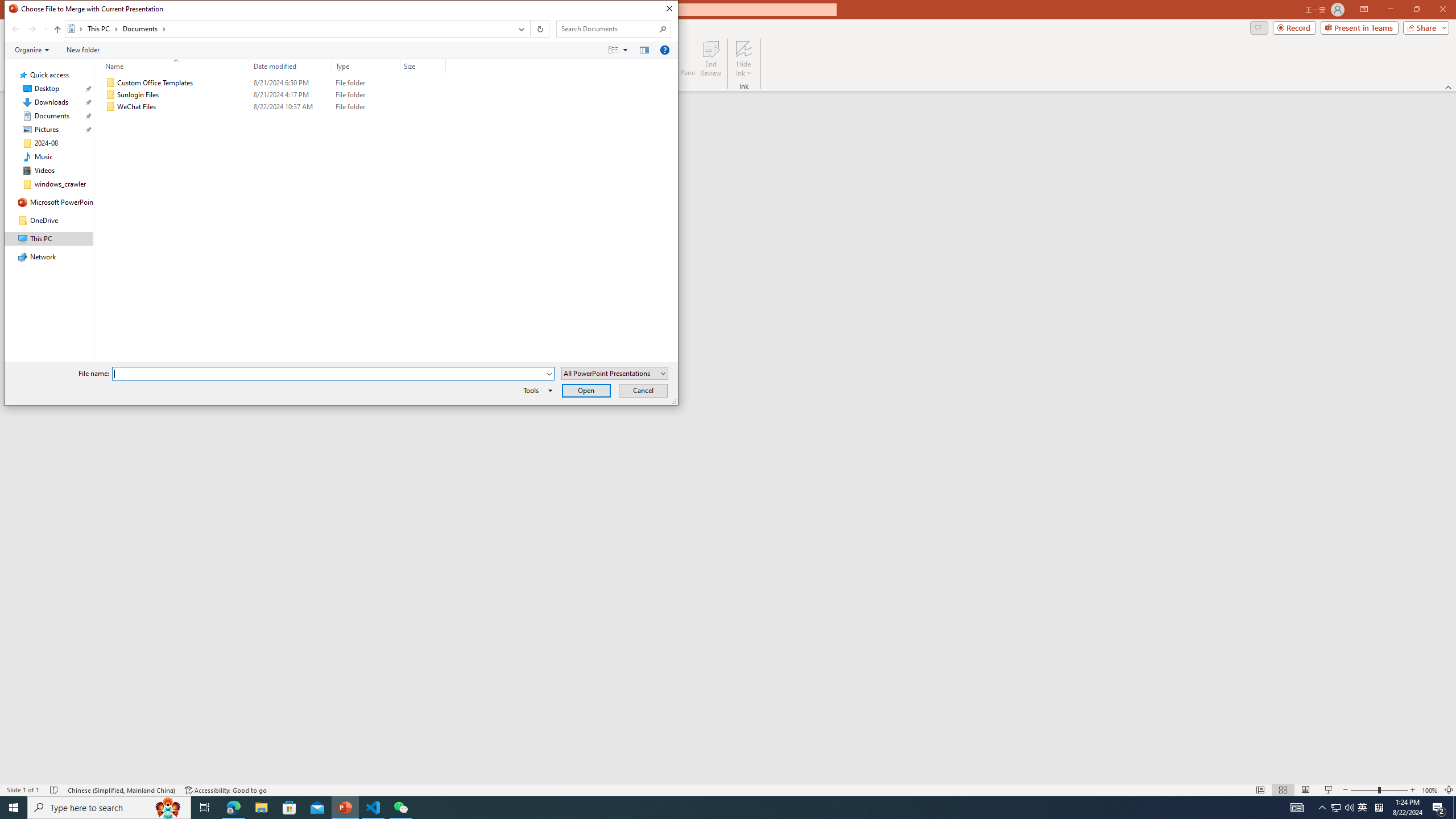 The height and width of the screenshot is (819, 1456). What do you see at coordinates (102, 28) in the screenshot?
I see `'This PC'` at bounding box center [102, 28].